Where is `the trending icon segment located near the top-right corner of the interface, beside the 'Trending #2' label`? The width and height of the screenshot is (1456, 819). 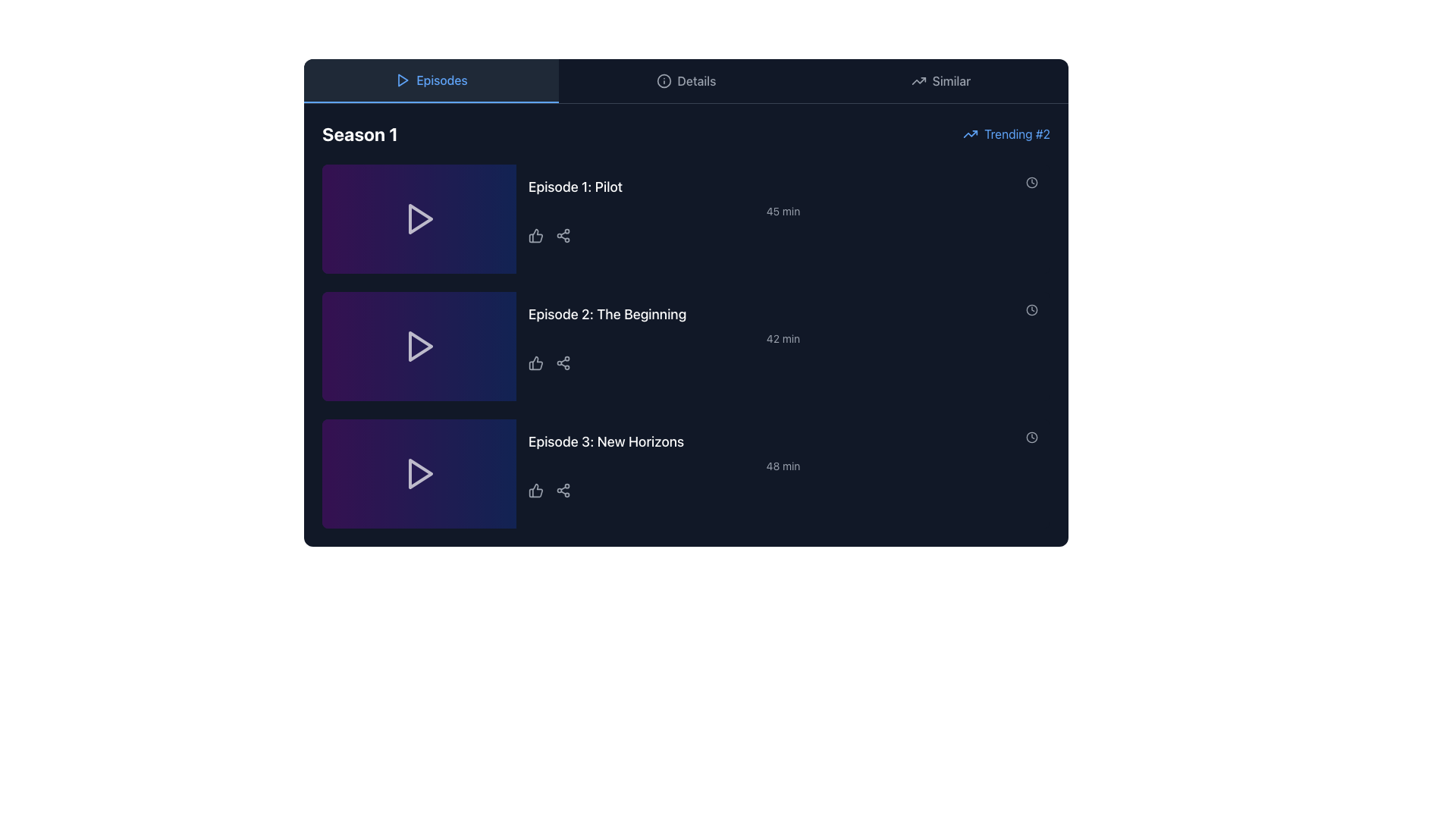 the trending icon segment located near the top-right corner of the interface, beside the 'Trending #2' label is located at coordinates (918, 81).